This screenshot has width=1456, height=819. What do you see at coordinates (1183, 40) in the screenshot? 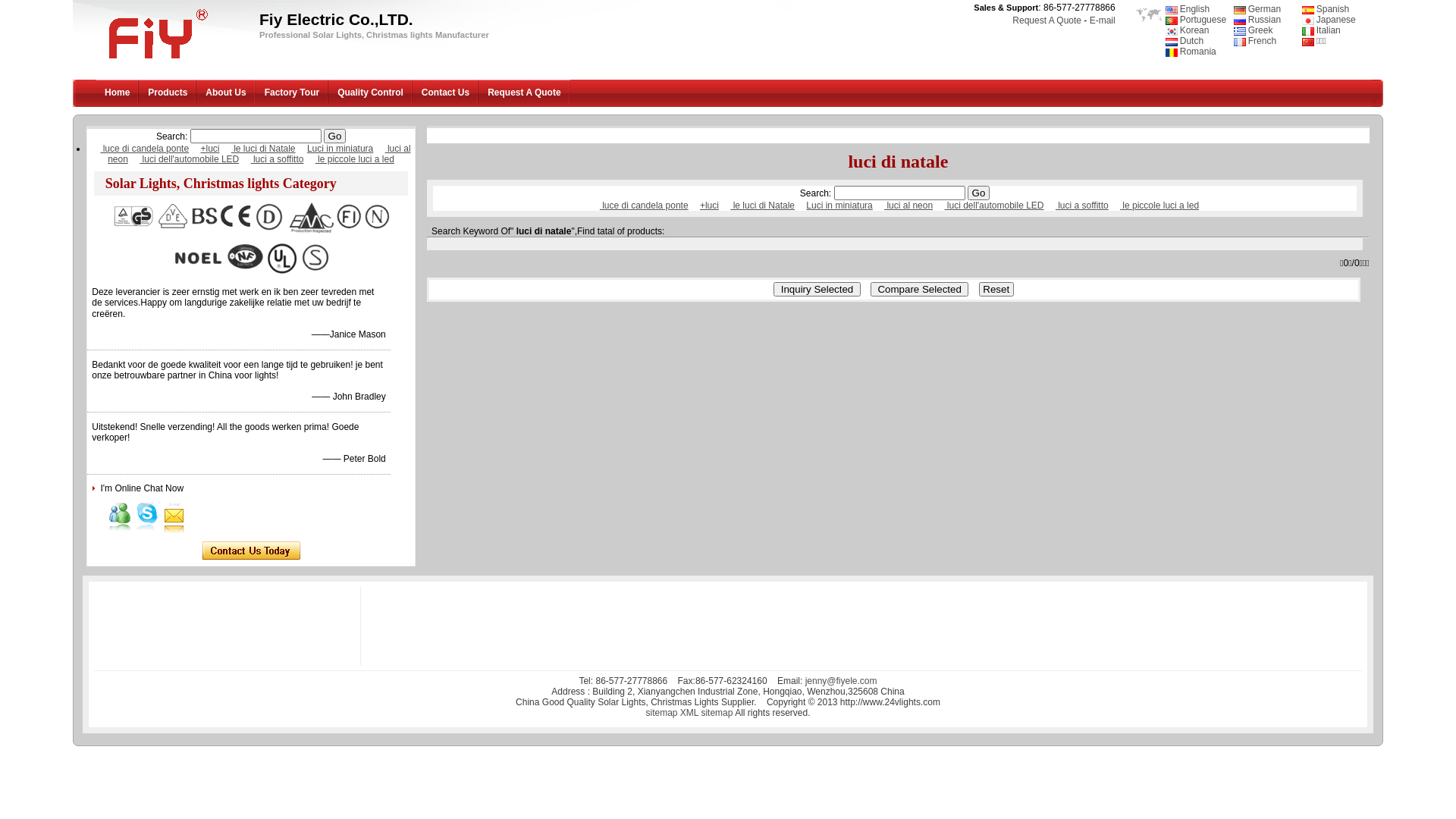
I see `'Dutch'` at bounding box center [1183, 40].